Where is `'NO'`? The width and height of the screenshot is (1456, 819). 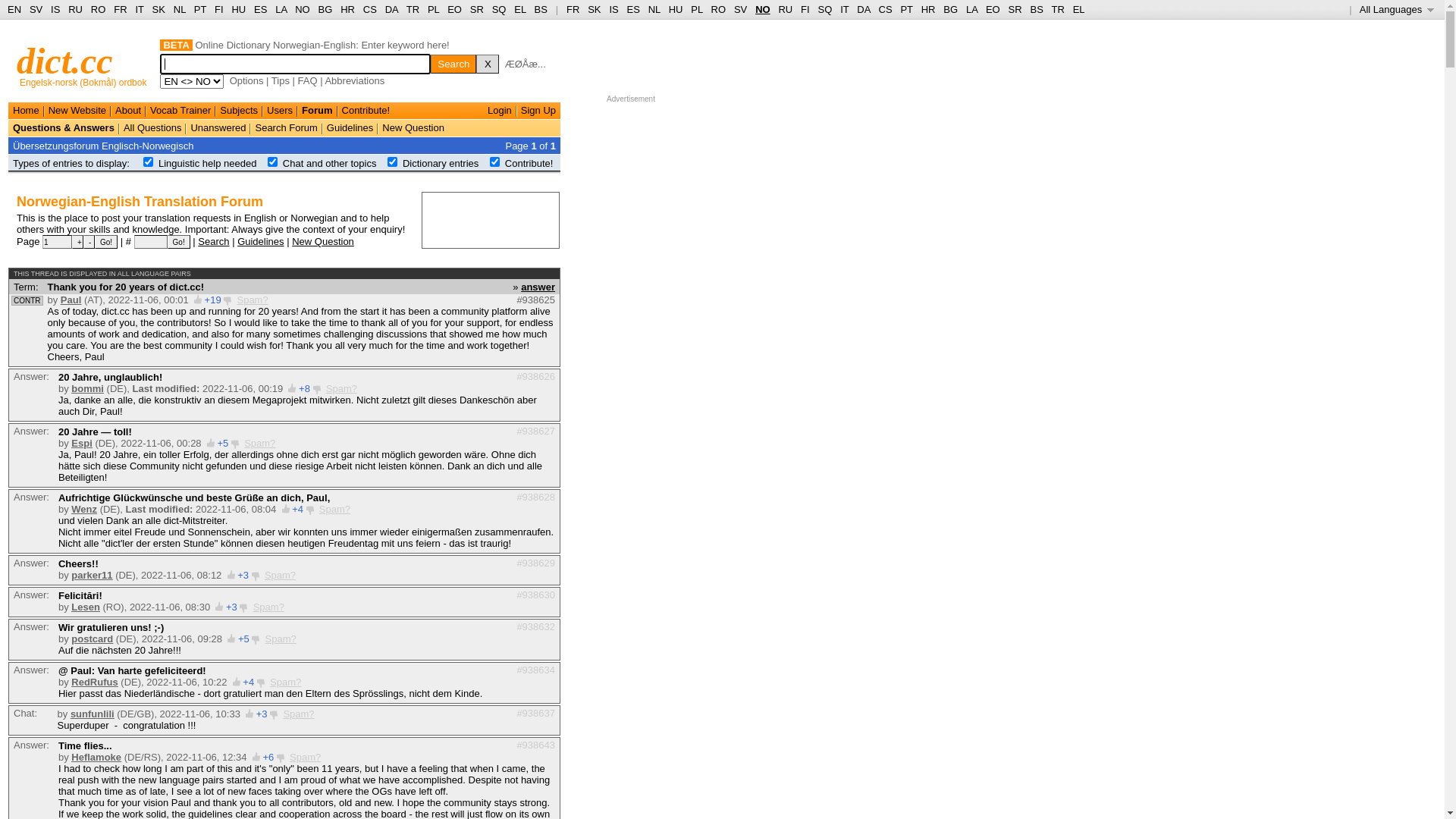
'NO' is located at coordinates (763, 9).